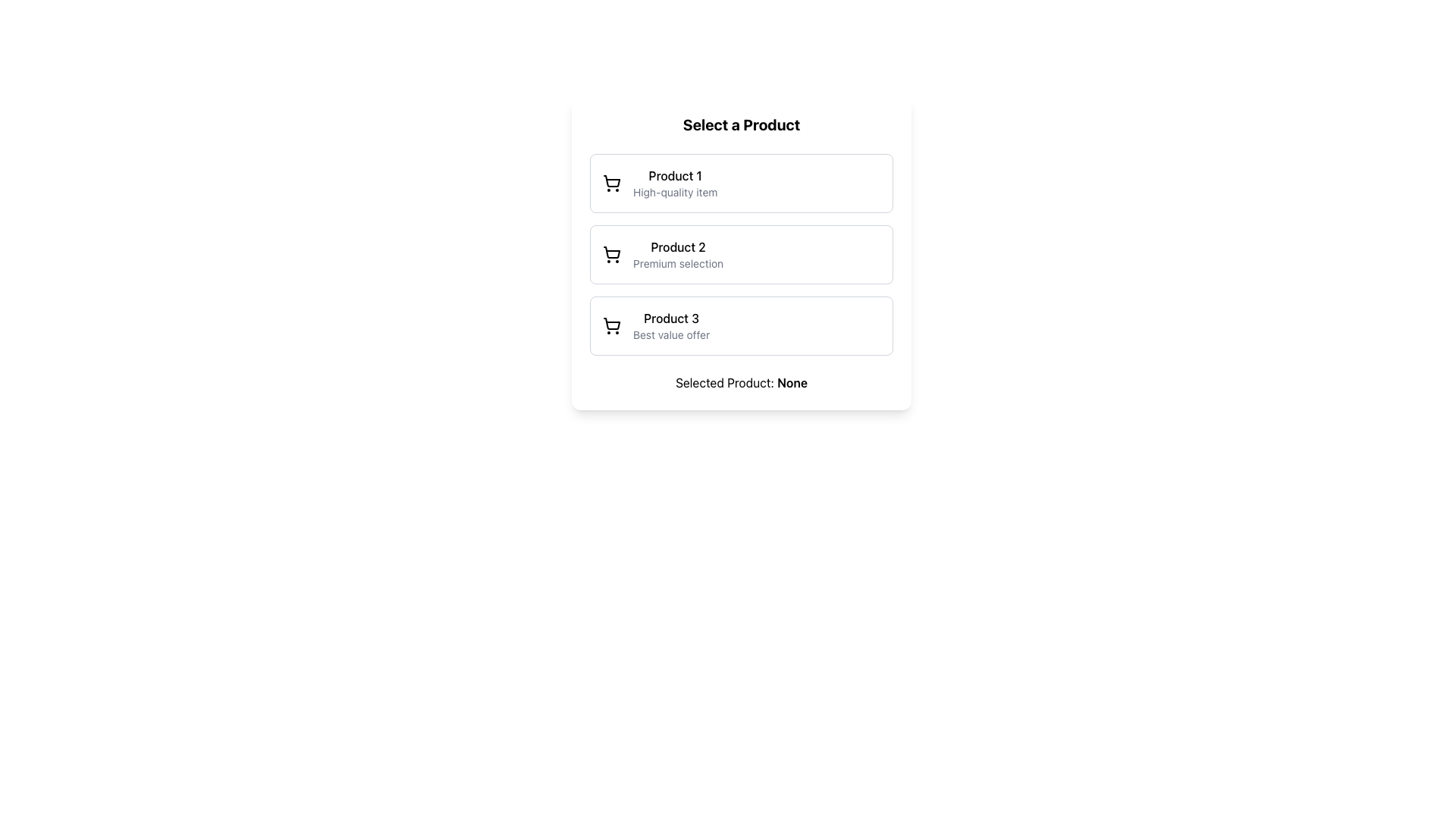 The image size is (1456, 819). I want to click on the descriptive text label providing information about 'Product 1', located directly beneath the 'Product 1' text in the product listing, so click(674, 192).